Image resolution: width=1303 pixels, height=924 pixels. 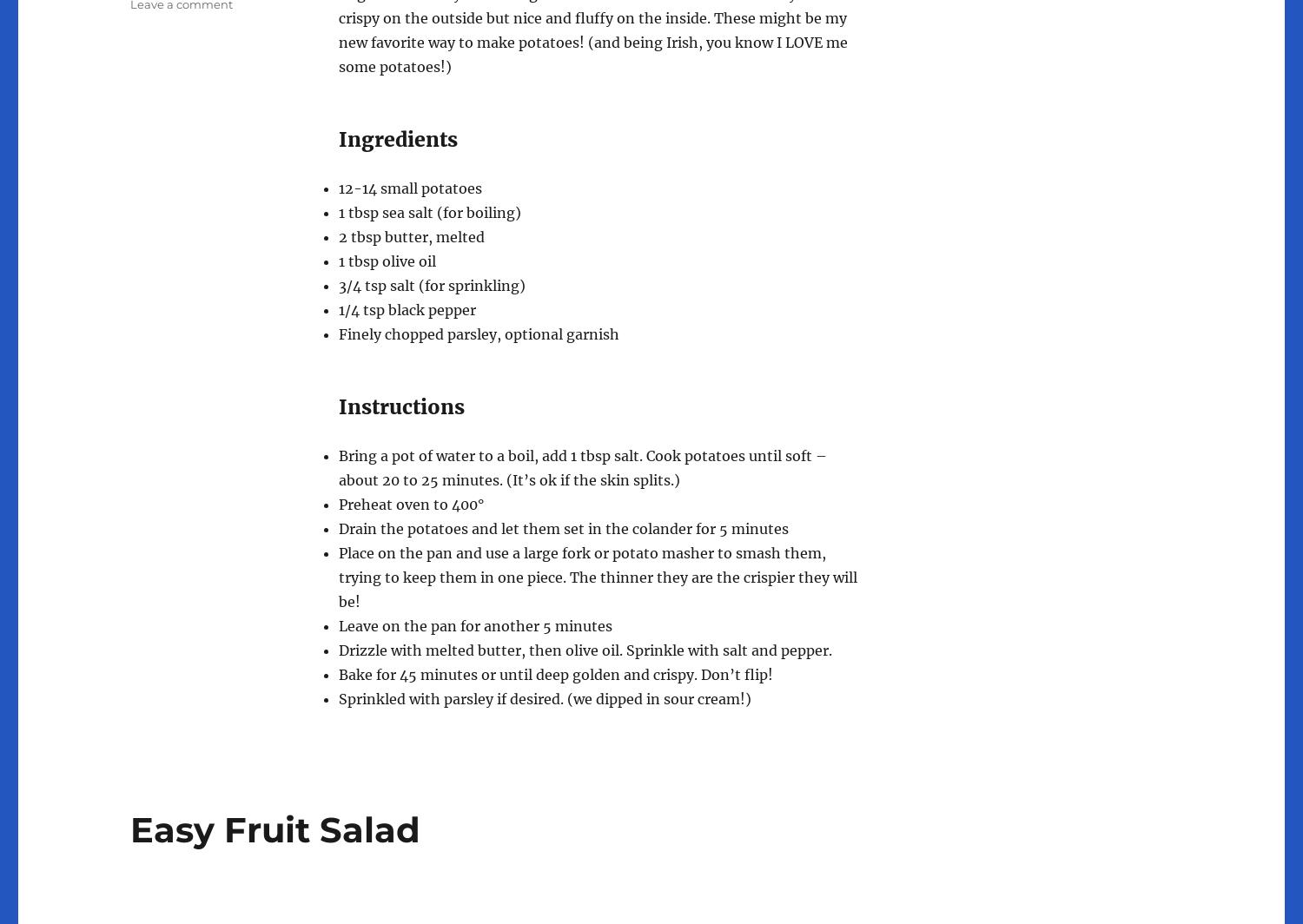 What do you see at coordinates (410, 503) in the screenshot?
I see `'Preheat oven to 400°'` at bounding box center [410, 503].